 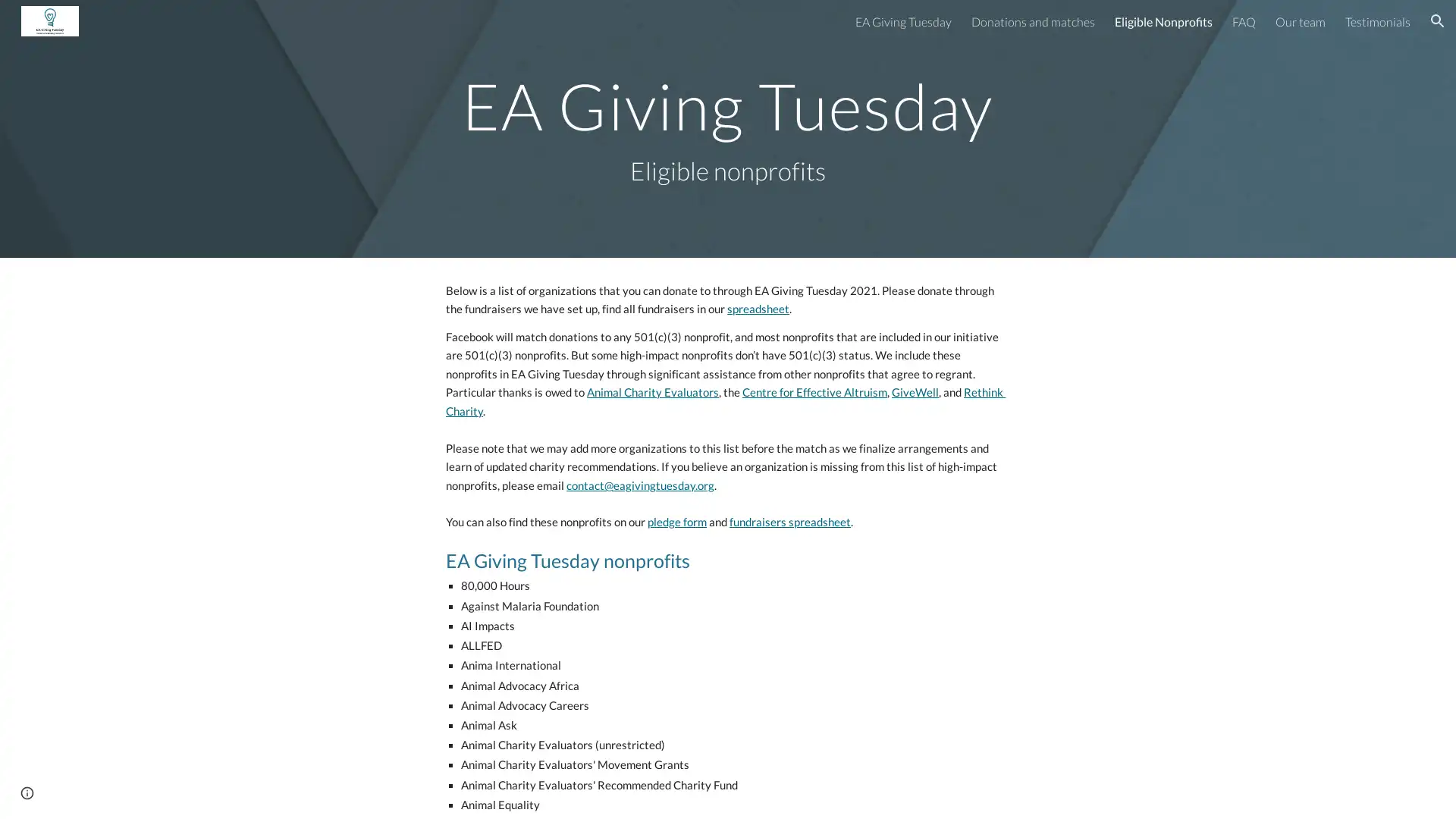 I want to click on Skip to navigation, so click(x=864, y=28).